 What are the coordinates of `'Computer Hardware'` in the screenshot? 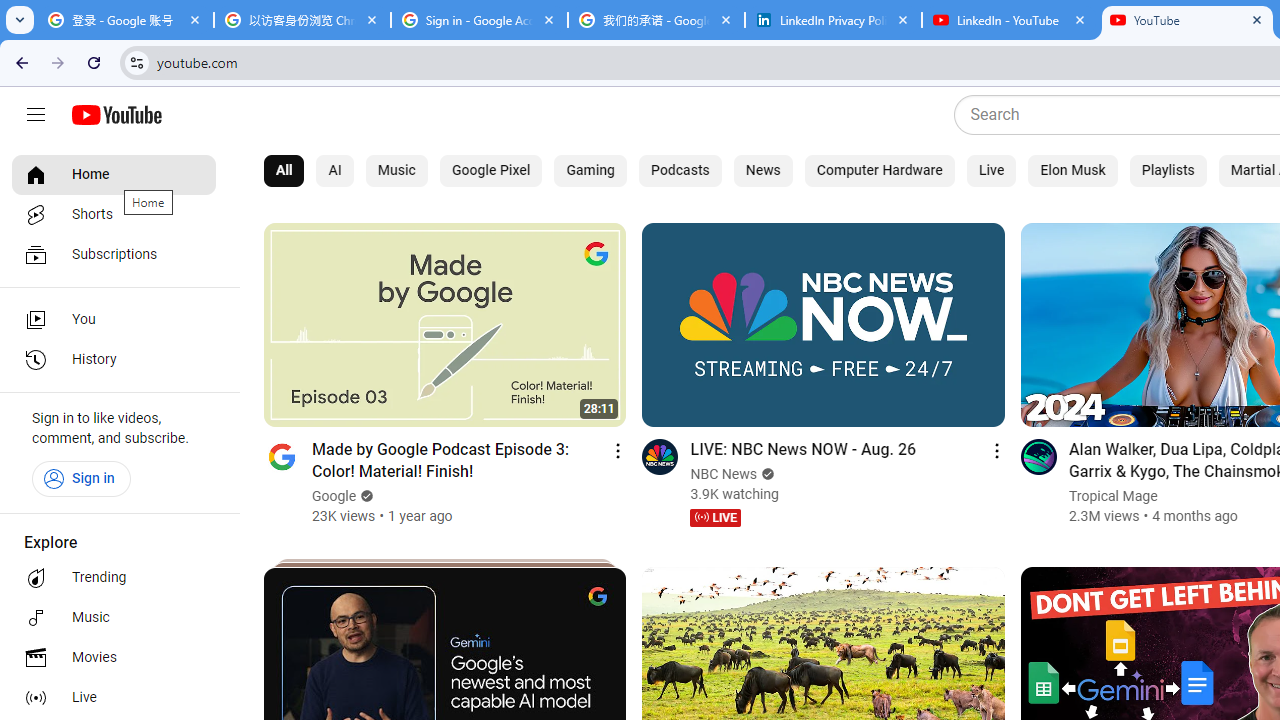 It's located at (879, 170).